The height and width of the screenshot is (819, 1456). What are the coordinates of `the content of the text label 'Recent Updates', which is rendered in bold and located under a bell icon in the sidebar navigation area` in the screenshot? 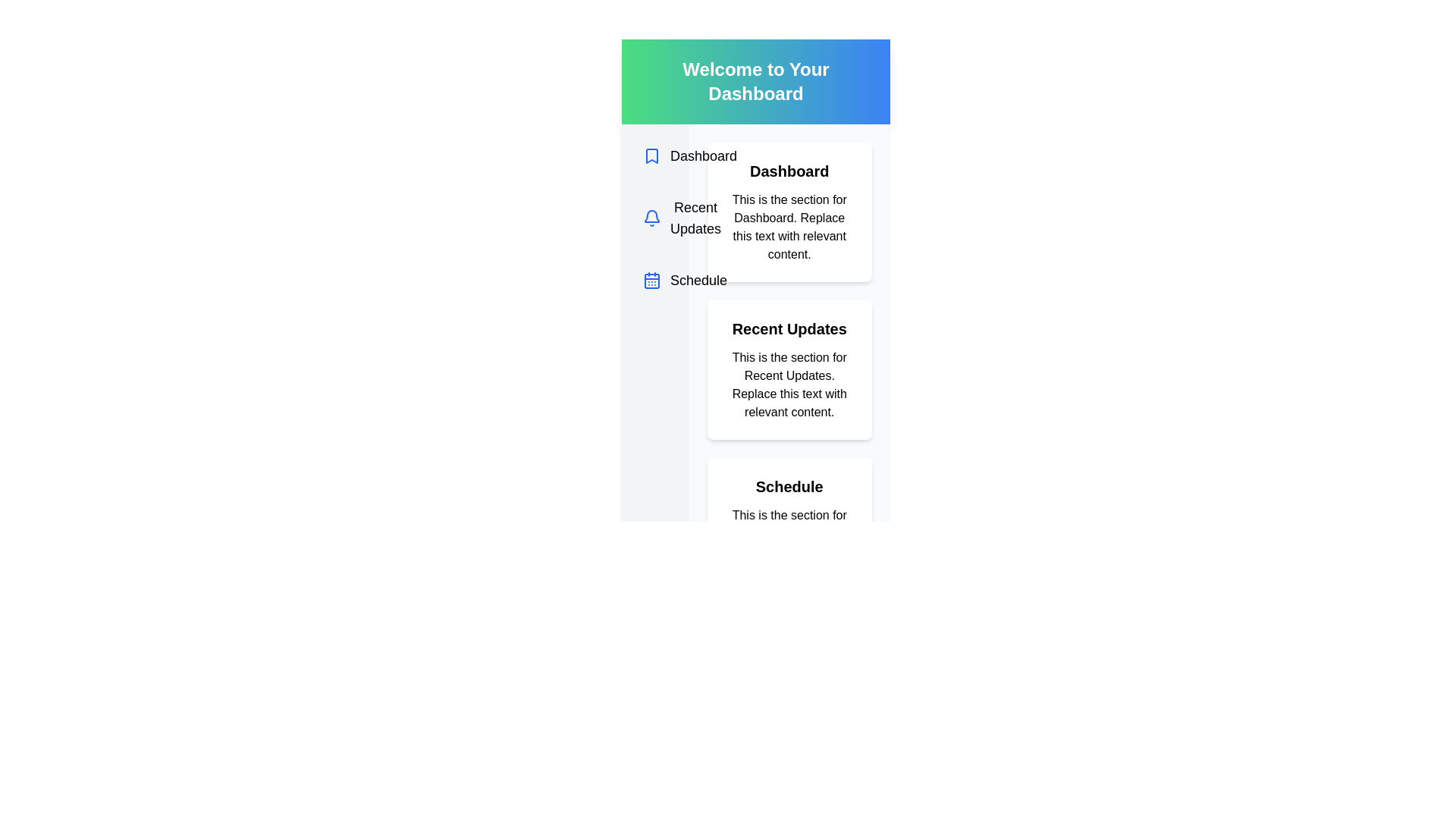 It's located at (695, 218).